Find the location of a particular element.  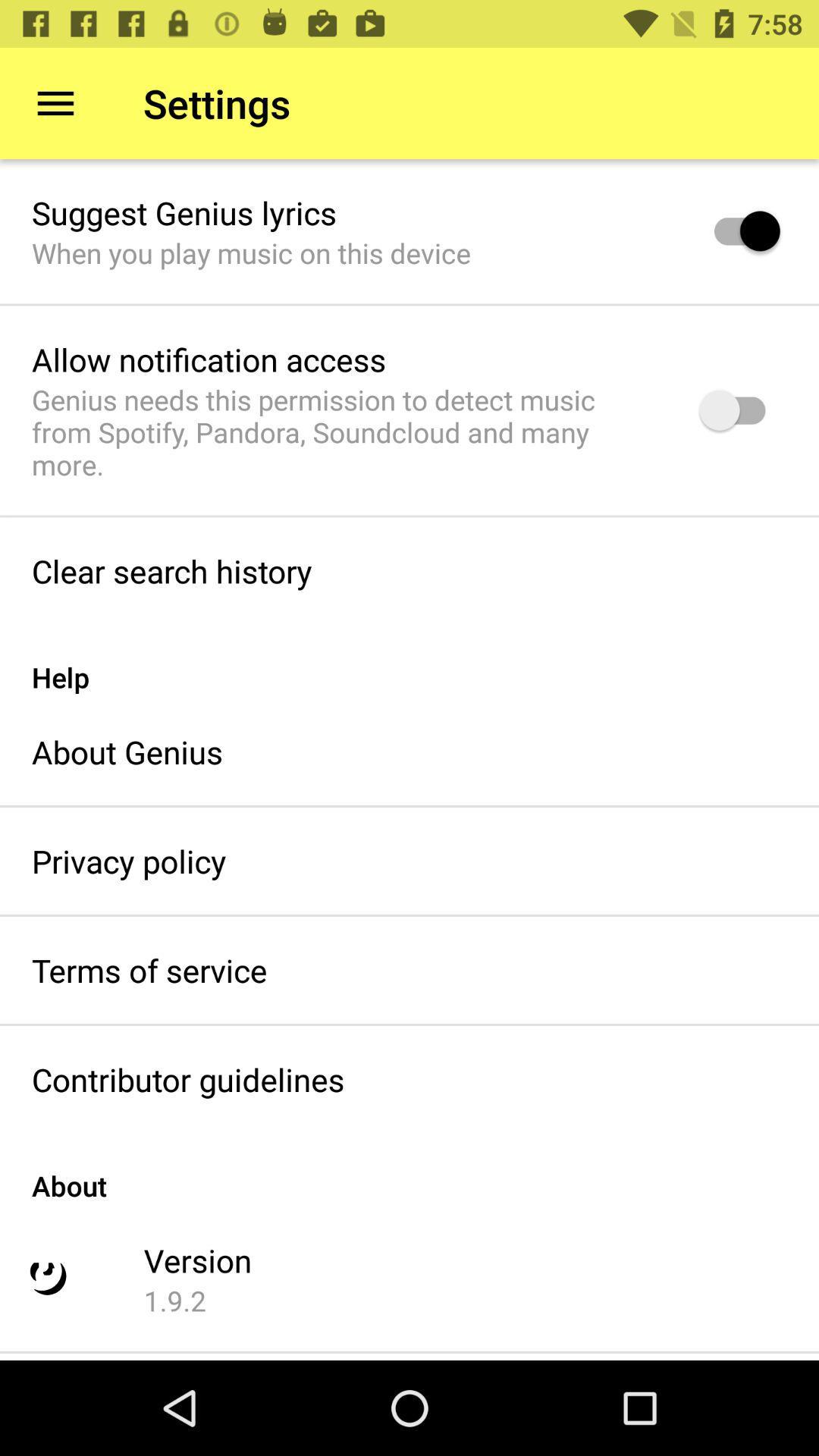

item next to settings is located at coordinates (55, 102).